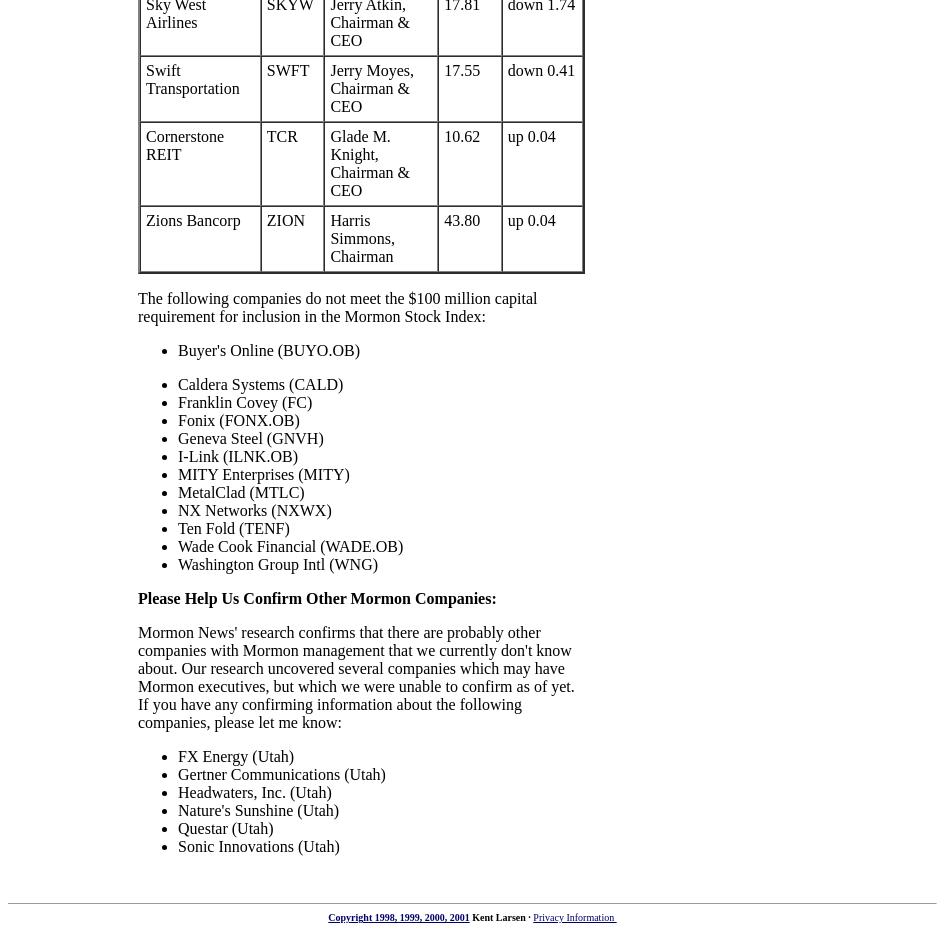 The width and height of the screenshot is (945, 931). What do you see at coordinates (265, 70) in the screenshot?
I see `'SWFT'` at bounding box center [265, 70].